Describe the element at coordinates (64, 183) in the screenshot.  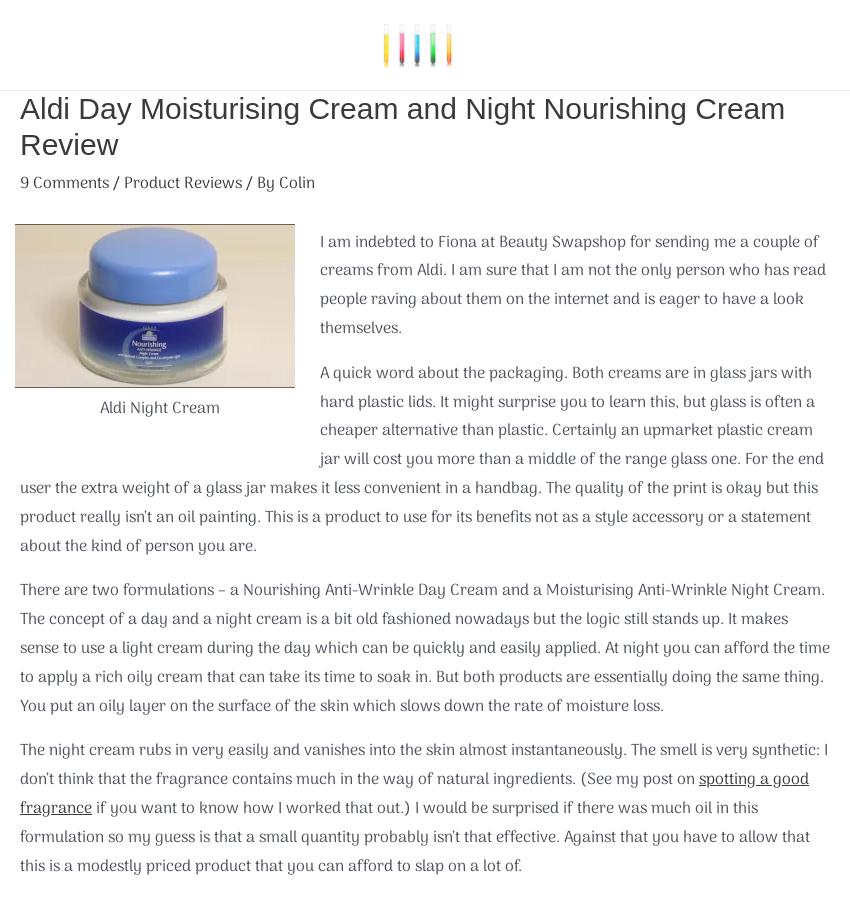
I see `'9 Comments'` at that location.